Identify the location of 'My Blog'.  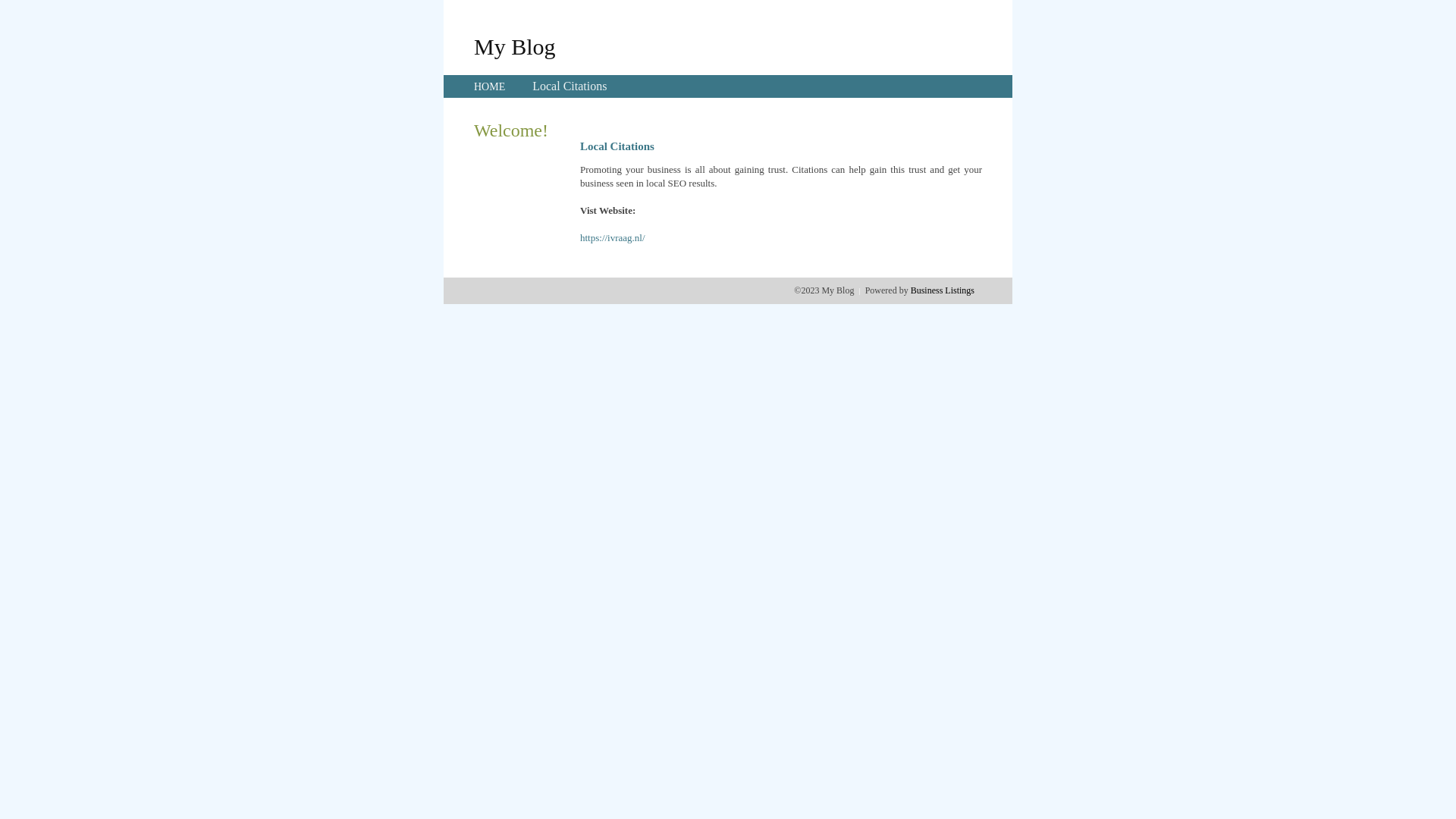
(514, 45).